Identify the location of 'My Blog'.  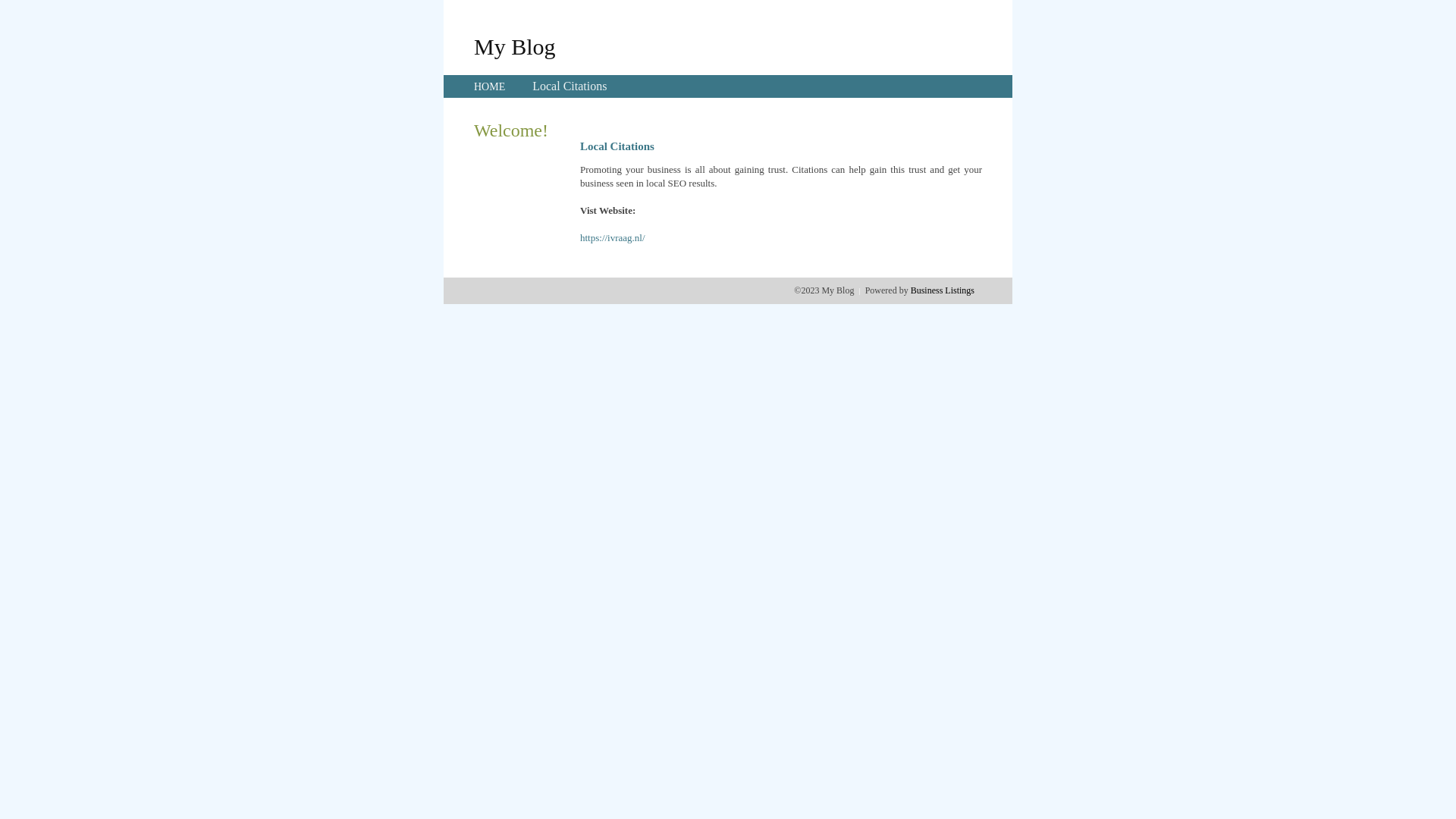
(514, 45).